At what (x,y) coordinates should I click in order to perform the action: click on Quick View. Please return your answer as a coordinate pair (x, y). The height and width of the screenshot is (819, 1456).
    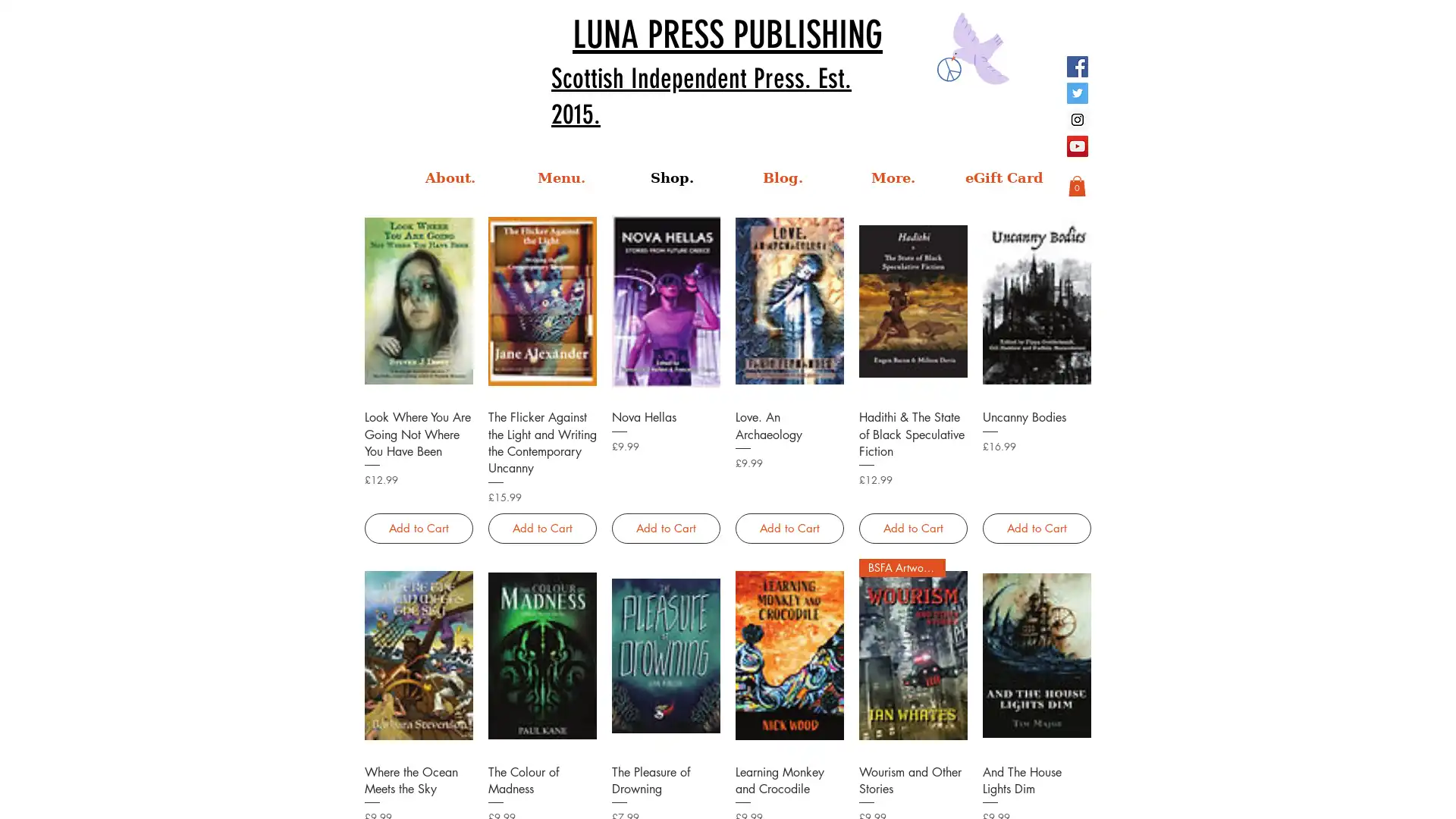
    Looking at the image, I should click on (1035, 770).